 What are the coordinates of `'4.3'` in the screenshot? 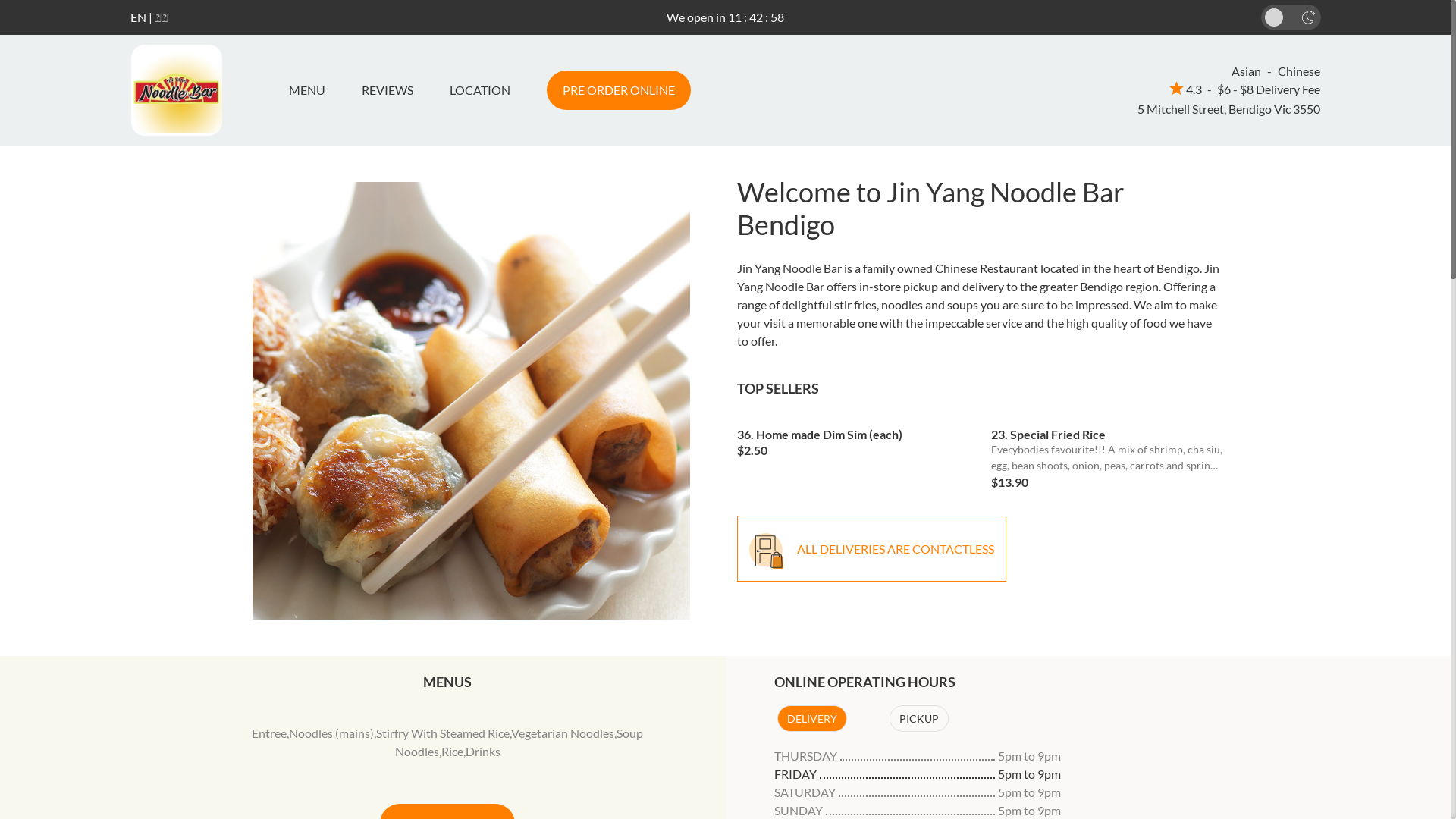 It's located at (1185, 89).